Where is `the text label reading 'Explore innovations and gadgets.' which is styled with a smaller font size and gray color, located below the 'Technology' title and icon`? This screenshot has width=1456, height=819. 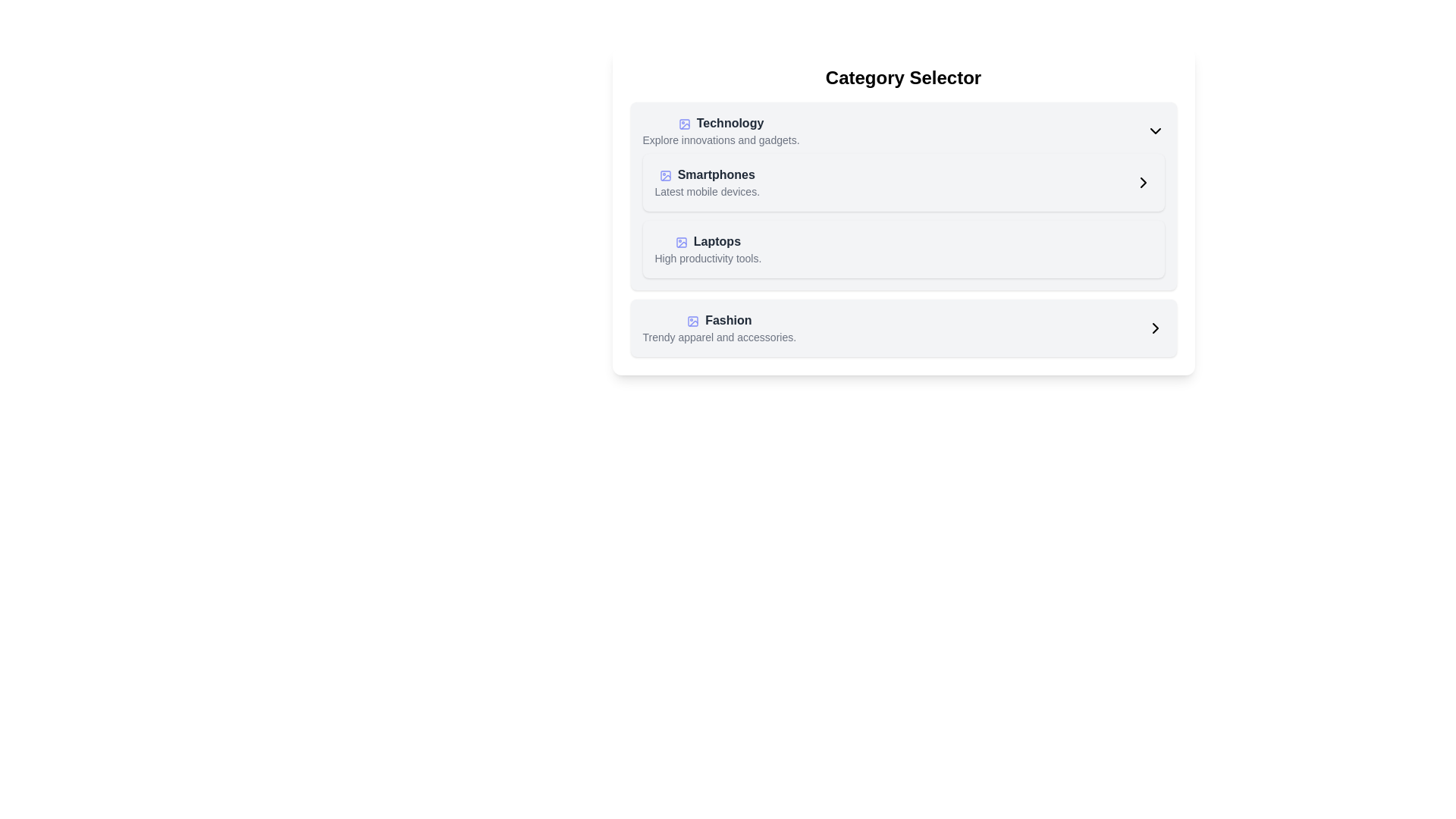
the text label reading 'Explore innovations and gadgets.' which is styled with a smaller font size and gray color, located below the 'Technology' title and icon is located at coordinates (720, 140).